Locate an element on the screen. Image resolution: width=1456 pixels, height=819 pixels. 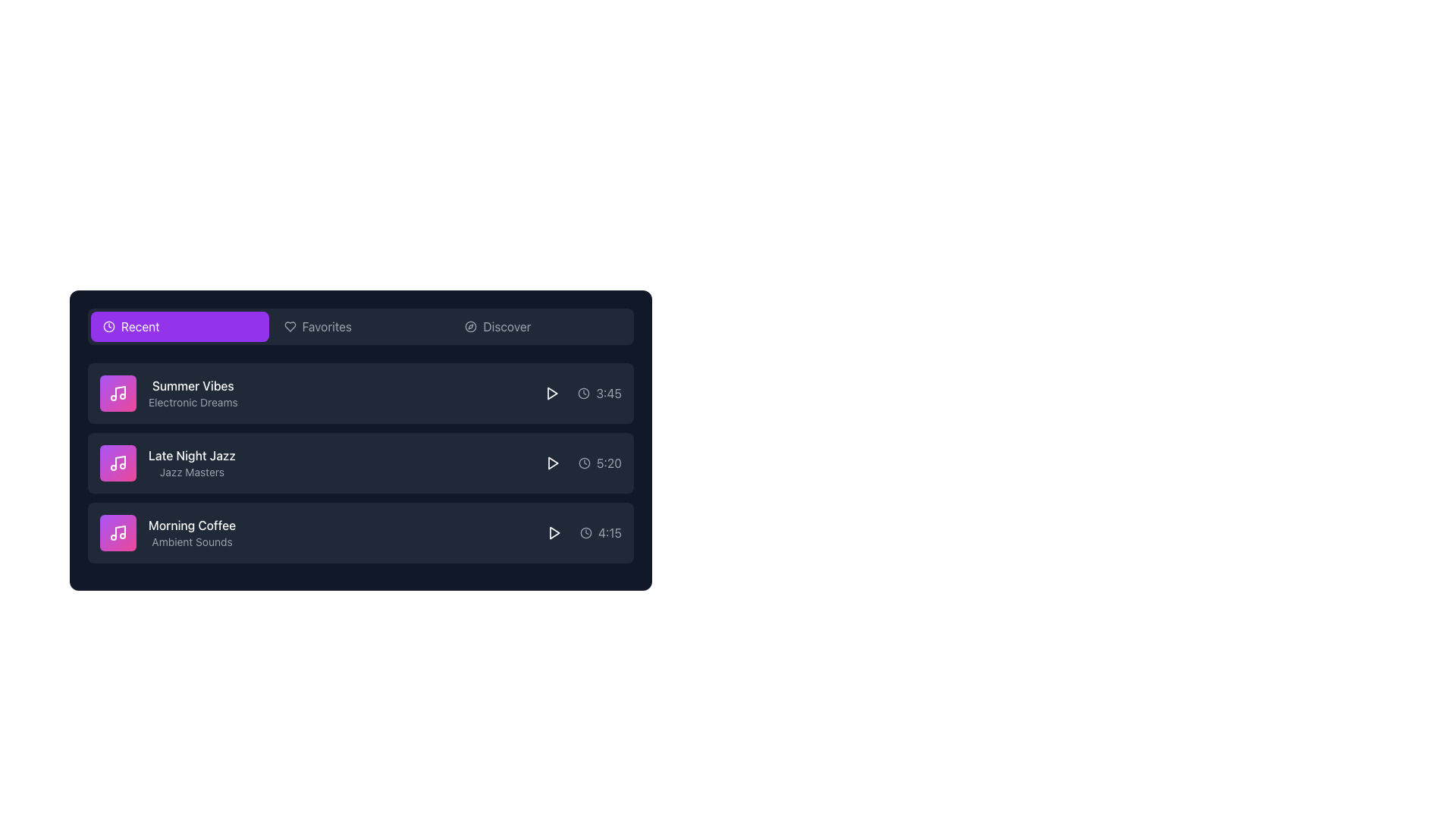
the text block that conveys information about the music item, located in the first entry of the vertical list under the 'Recent' header, adjacent to the music icon is located at coordinates (192, 393).